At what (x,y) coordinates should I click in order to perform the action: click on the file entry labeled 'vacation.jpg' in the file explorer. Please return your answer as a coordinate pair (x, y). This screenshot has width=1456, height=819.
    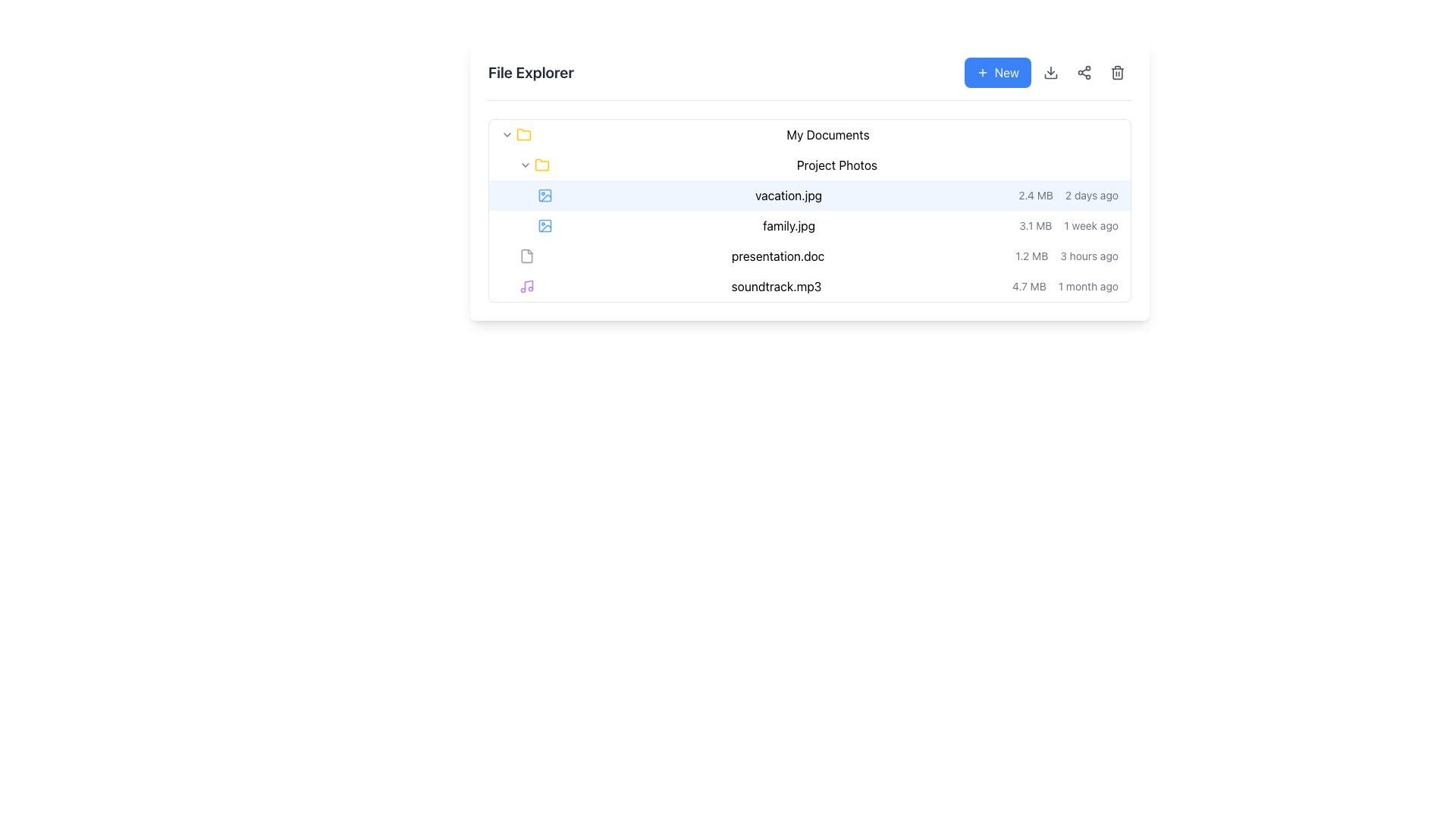
    Looking at the image, I should click on (809, 179).